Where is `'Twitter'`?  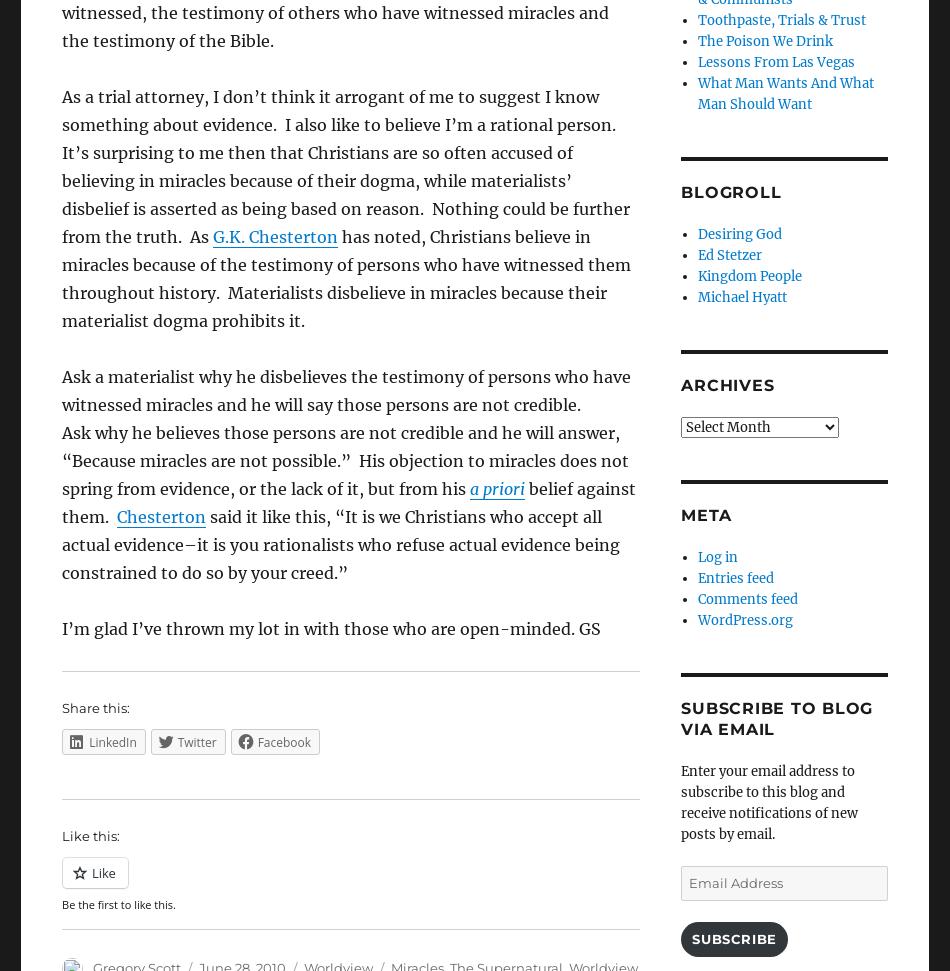
'Twitter' is located at coordinates (196, 741).